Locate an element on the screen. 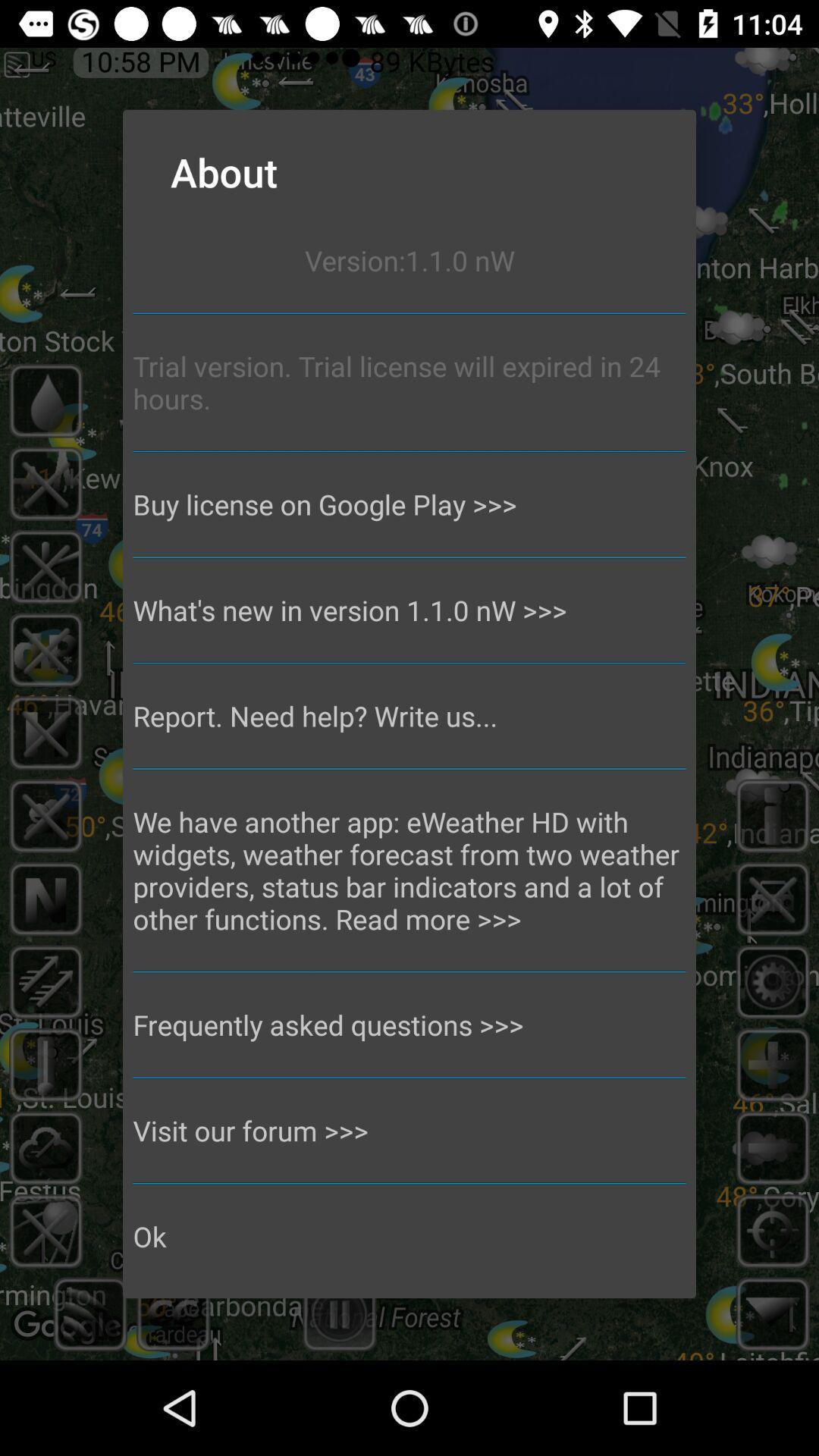 The height and width of the screenshot is (1456, 819). report need help is located at coordinates (409, 715).